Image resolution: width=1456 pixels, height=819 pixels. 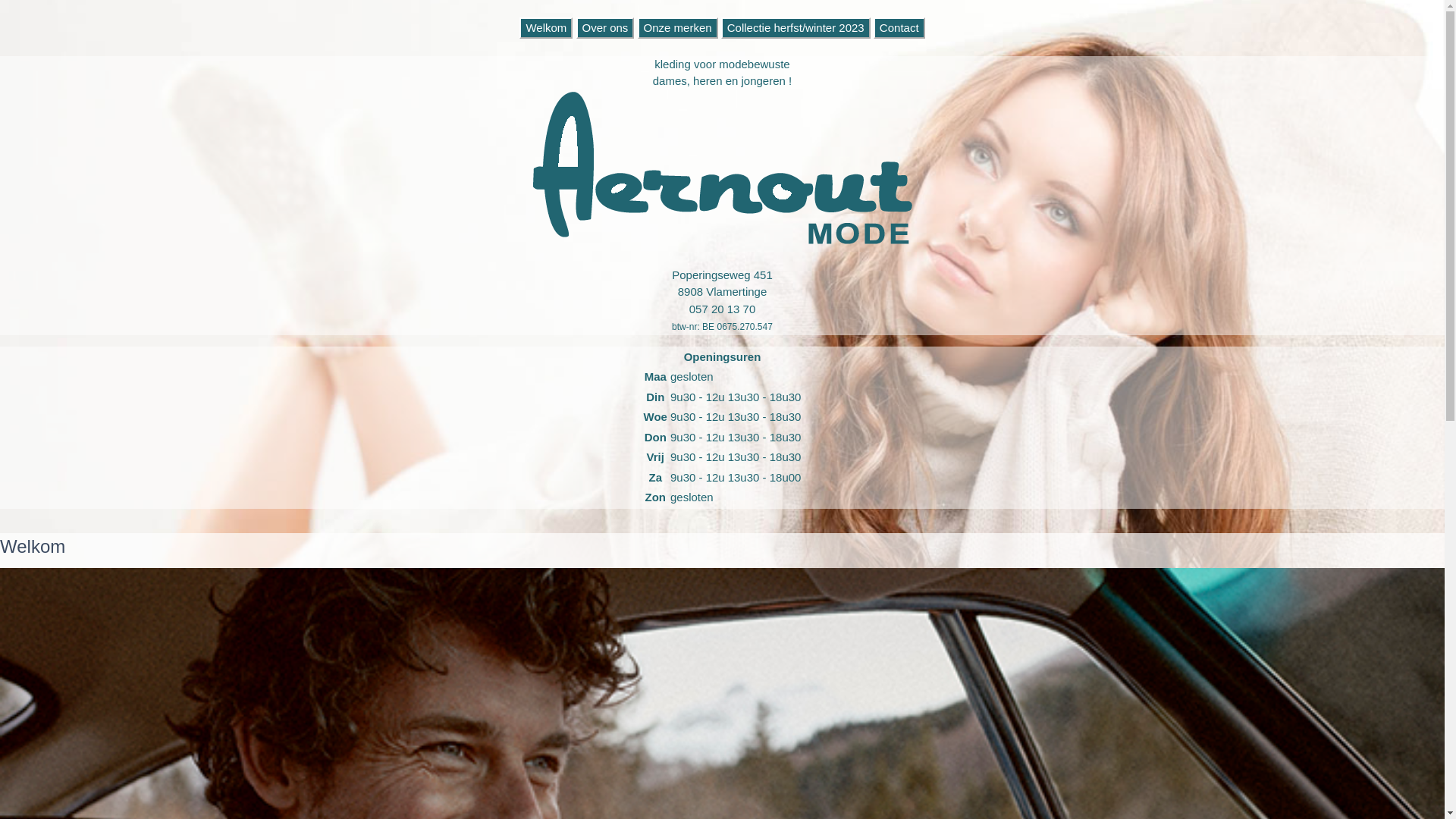 I want to click on 'Collectie herfst/winter 2023', so click(x=720, y=27).